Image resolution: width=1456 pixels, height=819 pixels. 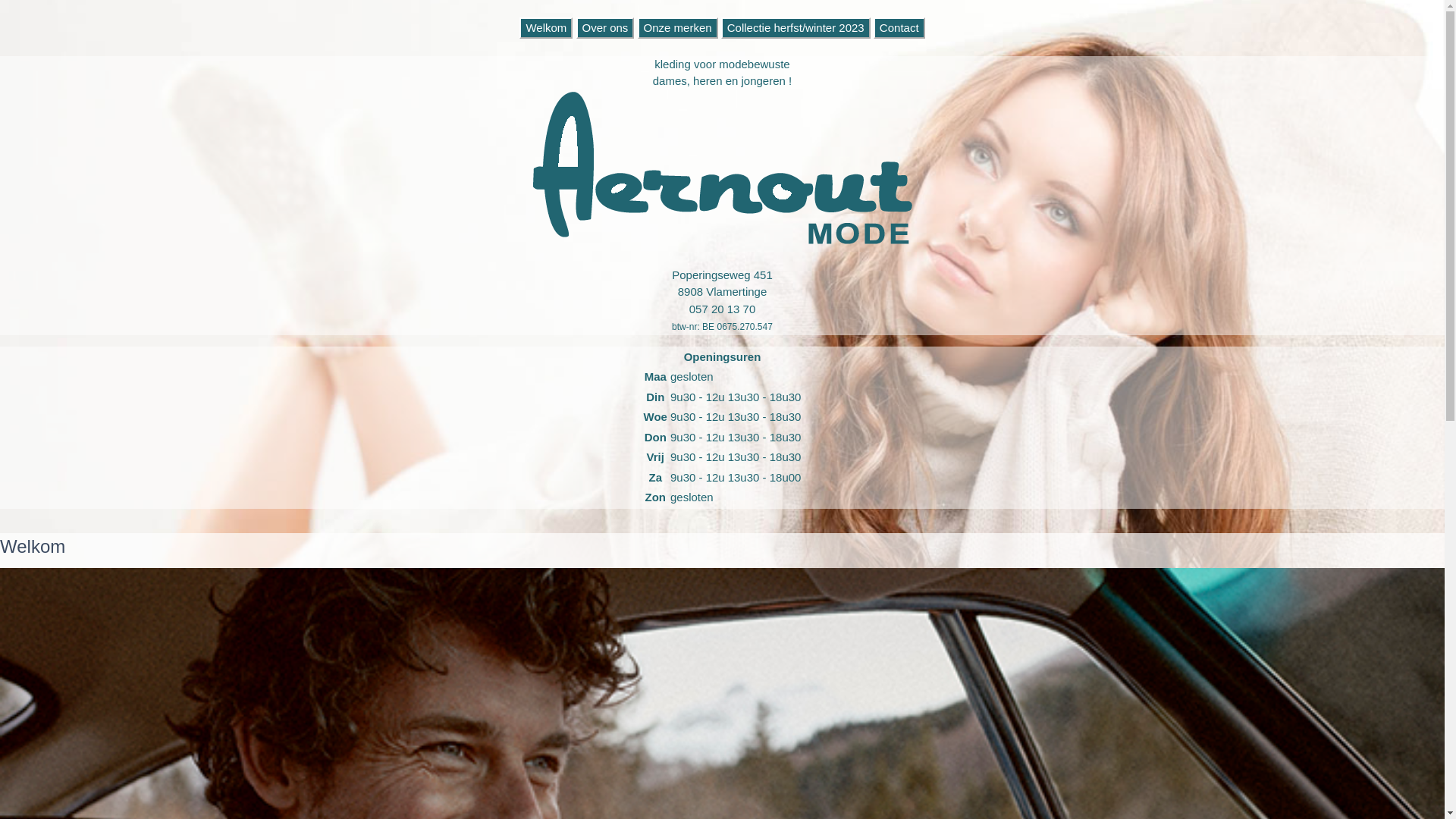 I want to click on 'Collectie herfst/winter 2023', so click(x=720, y=27).